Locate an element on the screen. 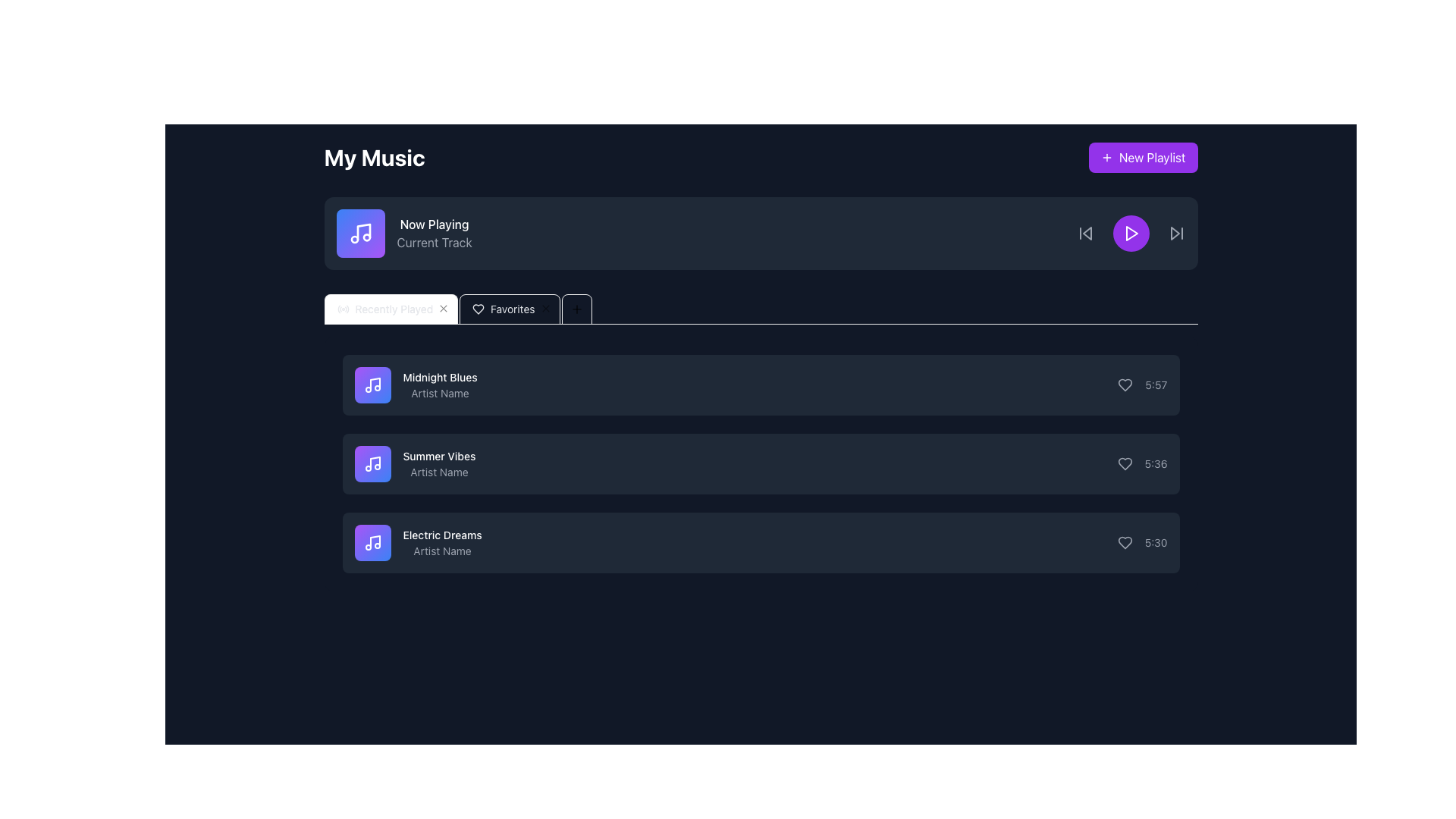 Image resolution: width=1456 pixels, height=819 pixels. the Active tab indicator located below the 'Recently Played' tab in the tab navigation bar to visually indicate the current active context is located at coordinates (391, 323).